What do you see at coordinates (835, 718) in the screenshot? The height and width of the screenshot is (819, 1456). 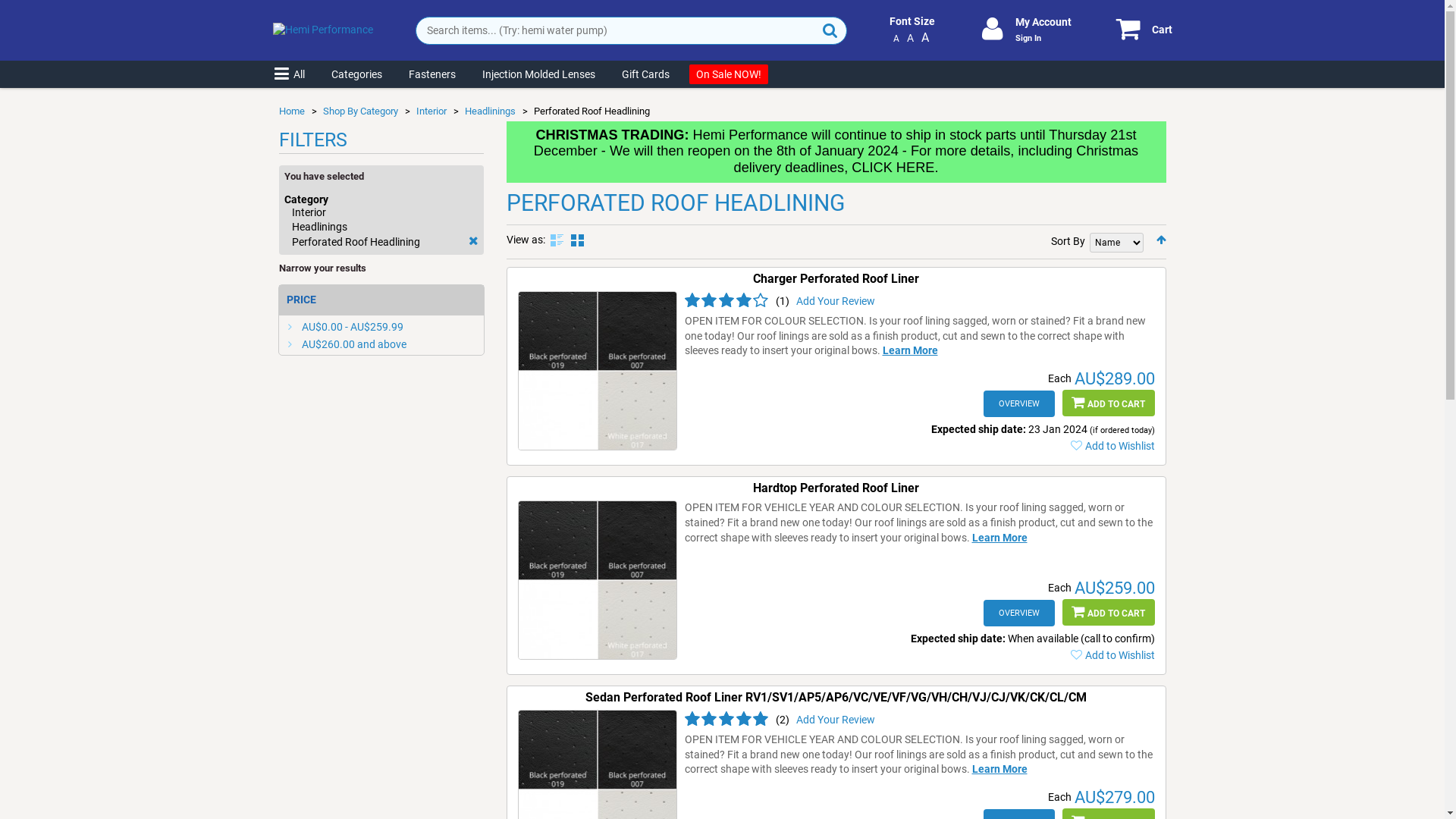 I see `'Add Your Review'` at bounding box center [835, 718].